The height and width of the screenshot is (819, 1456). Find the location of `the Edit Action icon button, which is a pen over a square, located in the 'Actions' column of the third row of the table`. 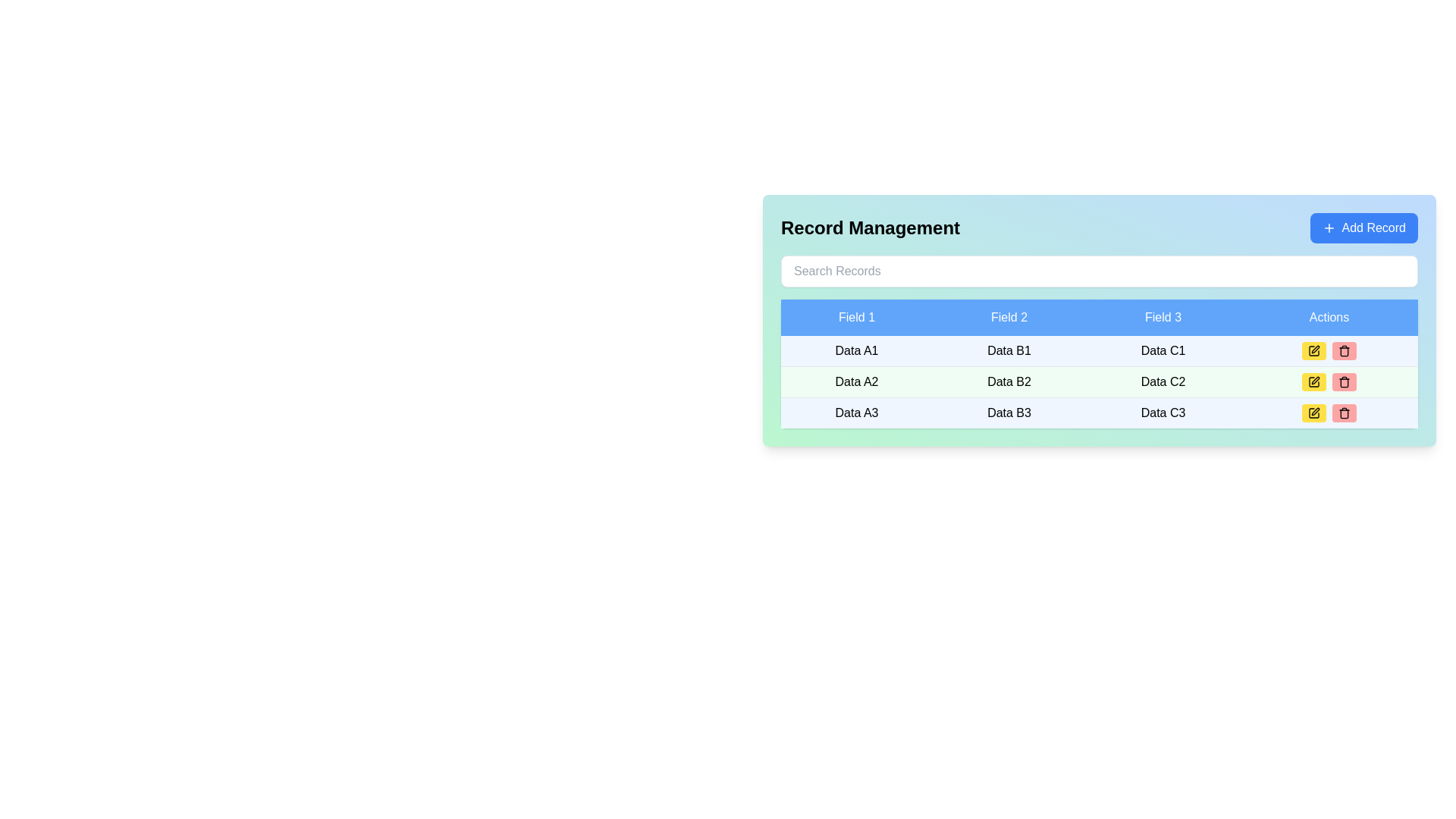

the Edit Action icon button, which is a pen over a square, located in the 'Actions' column of the third row of the table is located at coordinates (1315, 350).